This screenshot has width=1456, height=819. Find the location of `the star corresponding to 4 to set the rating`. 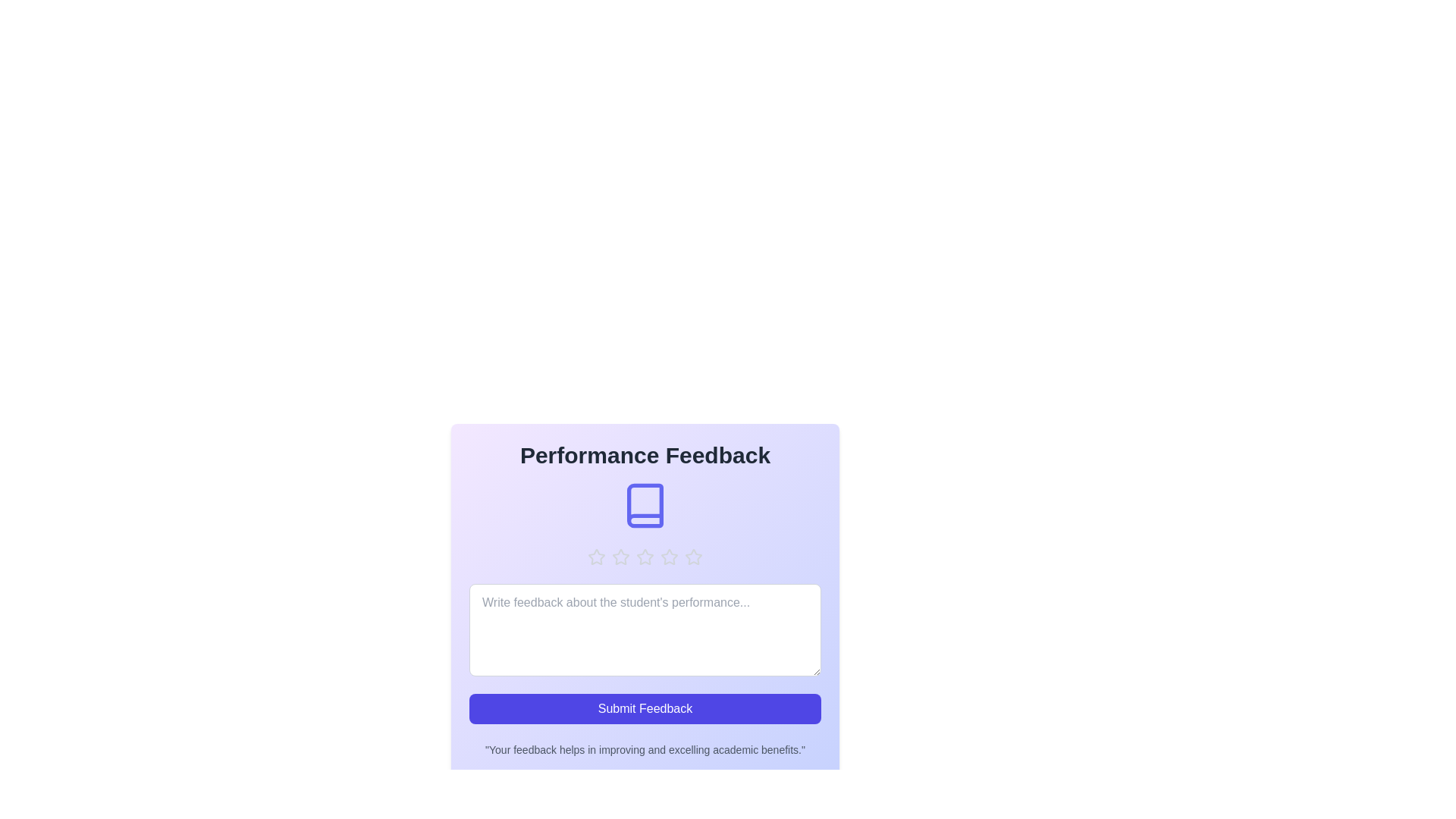

the star corresponding to 4 to set the rating is located at coordinates (669, 557).